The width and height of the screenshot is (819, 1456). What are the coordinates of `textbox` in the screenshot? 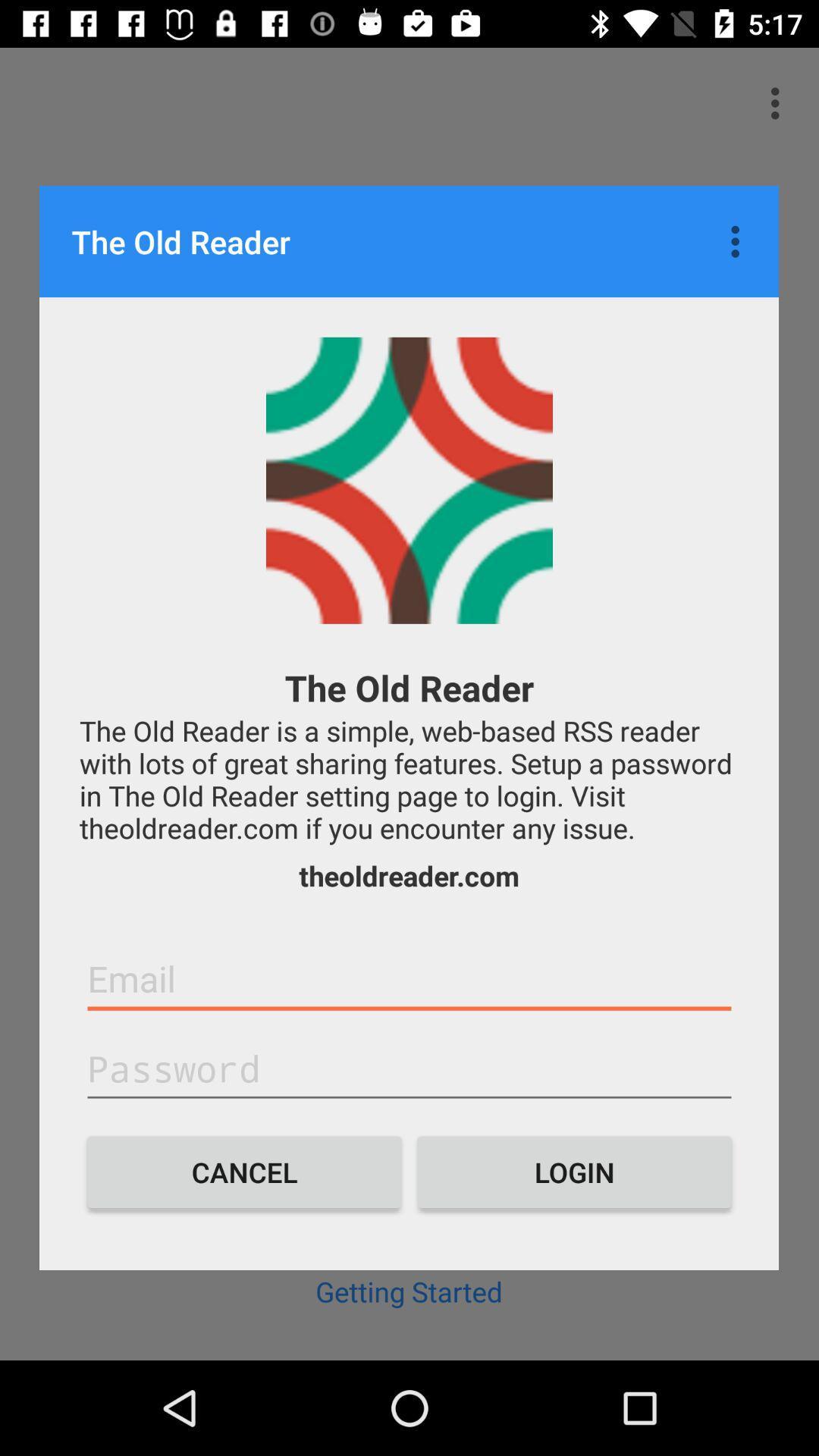 It's located at (409, 1068).